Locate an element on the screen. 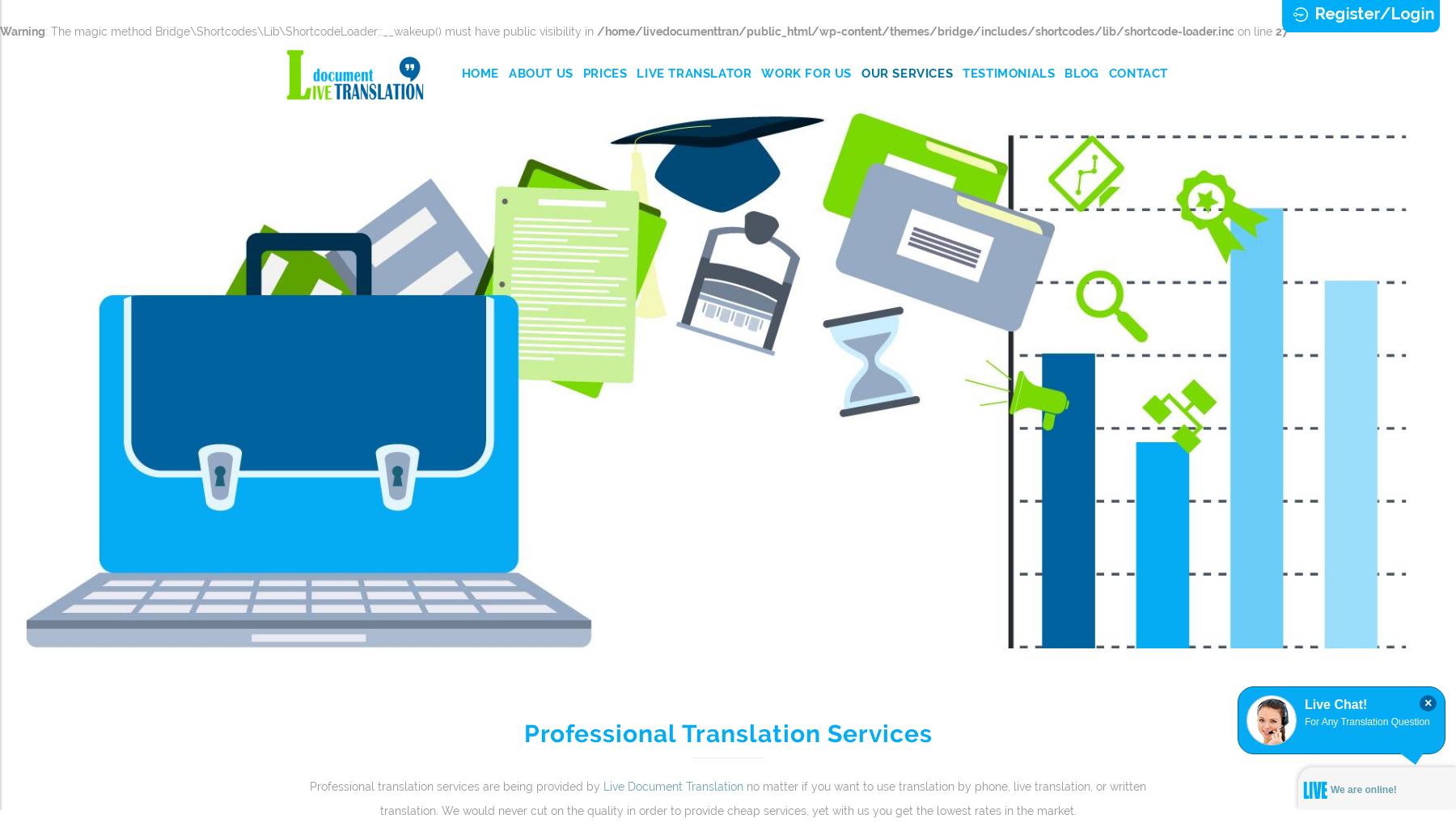  'Professional Translation Services' is located at coordinates (727, 733).